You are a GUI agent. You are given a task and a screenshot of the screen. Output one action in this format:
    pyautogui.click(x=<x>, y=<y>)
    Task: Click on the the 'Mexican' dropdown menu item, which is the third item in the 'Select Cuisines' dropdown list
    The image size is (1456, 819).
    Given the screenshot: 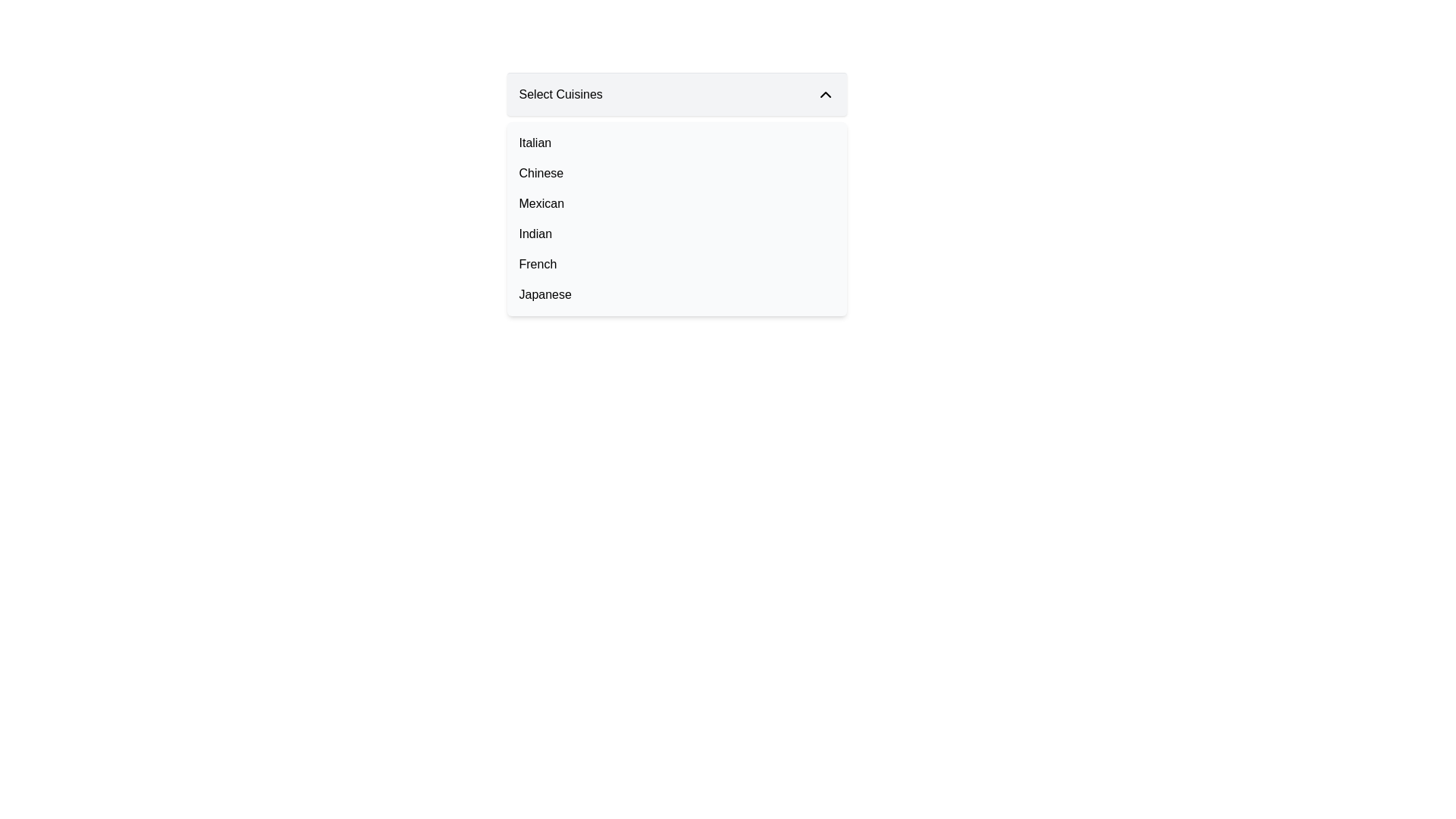 What is the action you would take?
    pyautogui.click(x=541, y=203)
    